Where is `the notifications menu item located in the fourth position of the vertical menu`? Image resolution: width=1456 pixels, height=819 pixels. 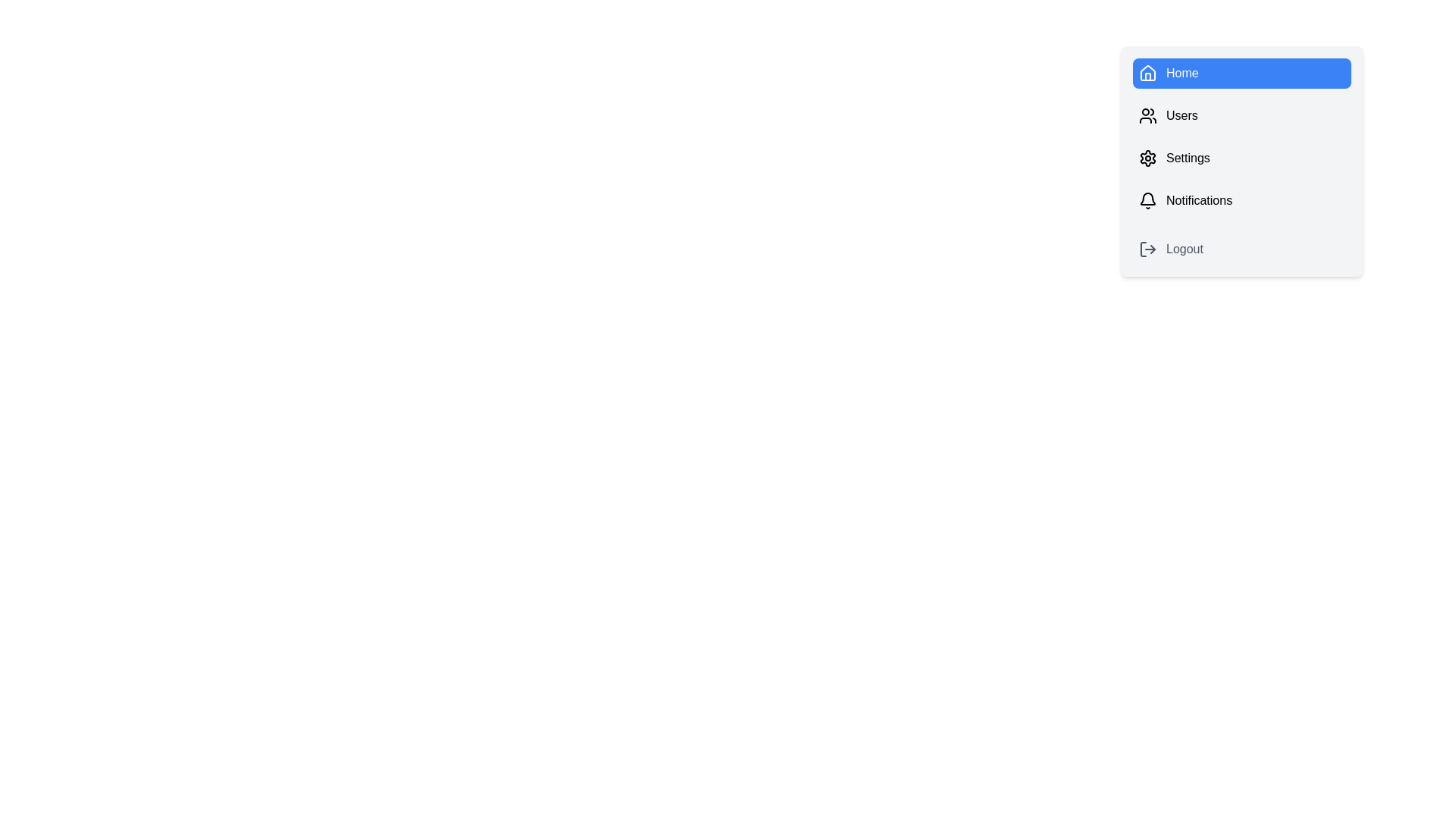 the notifications menu item located in the fourth position of the vertical menu is located at coordinates (1241, 200).